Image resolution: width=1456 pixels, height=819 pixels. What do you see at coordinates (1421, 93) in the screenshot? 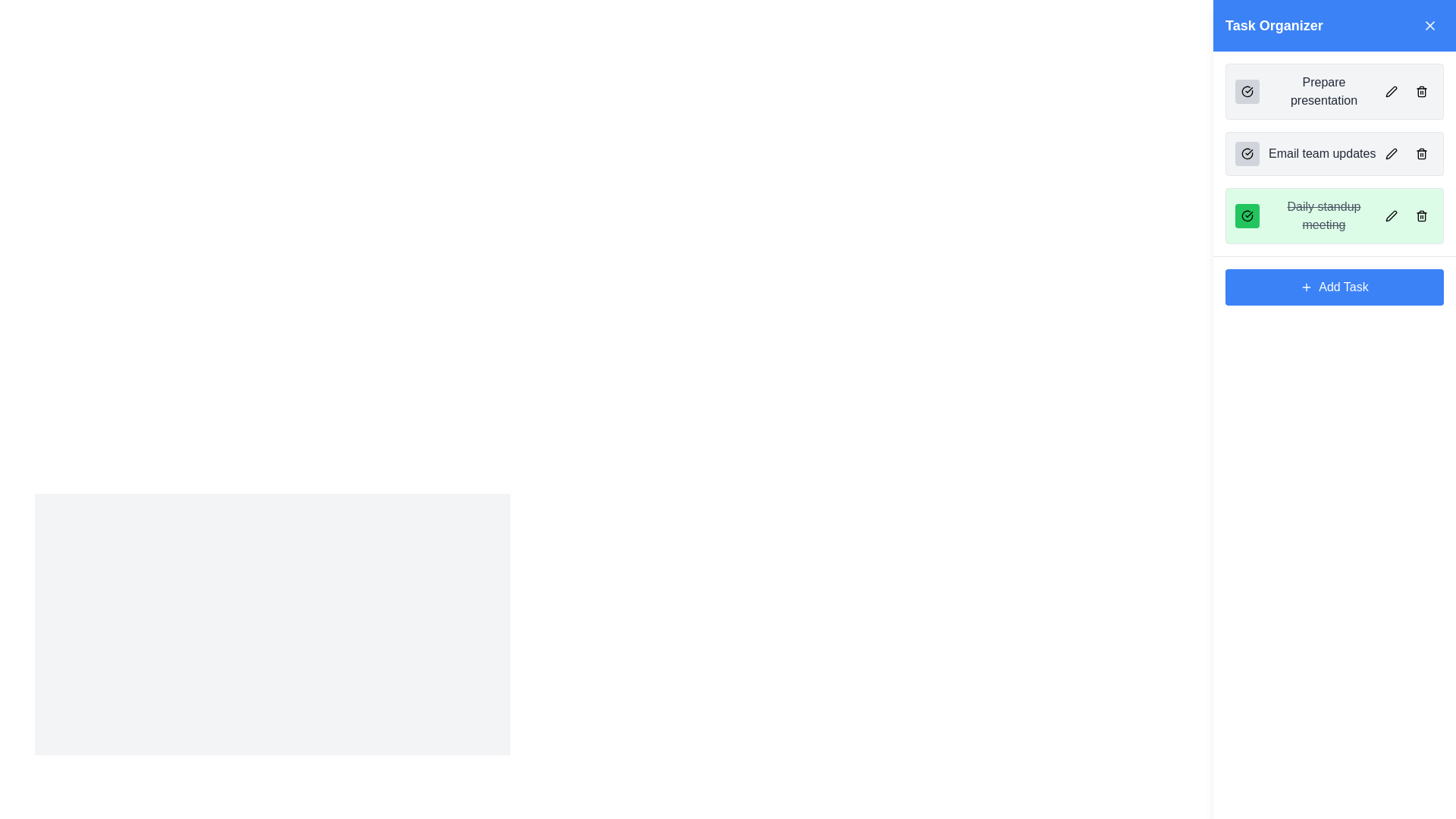
I see `the trash can icon button located in the 'Task Organizer' UI section on the right-side toolbar` at bounding box center [1421, 93].